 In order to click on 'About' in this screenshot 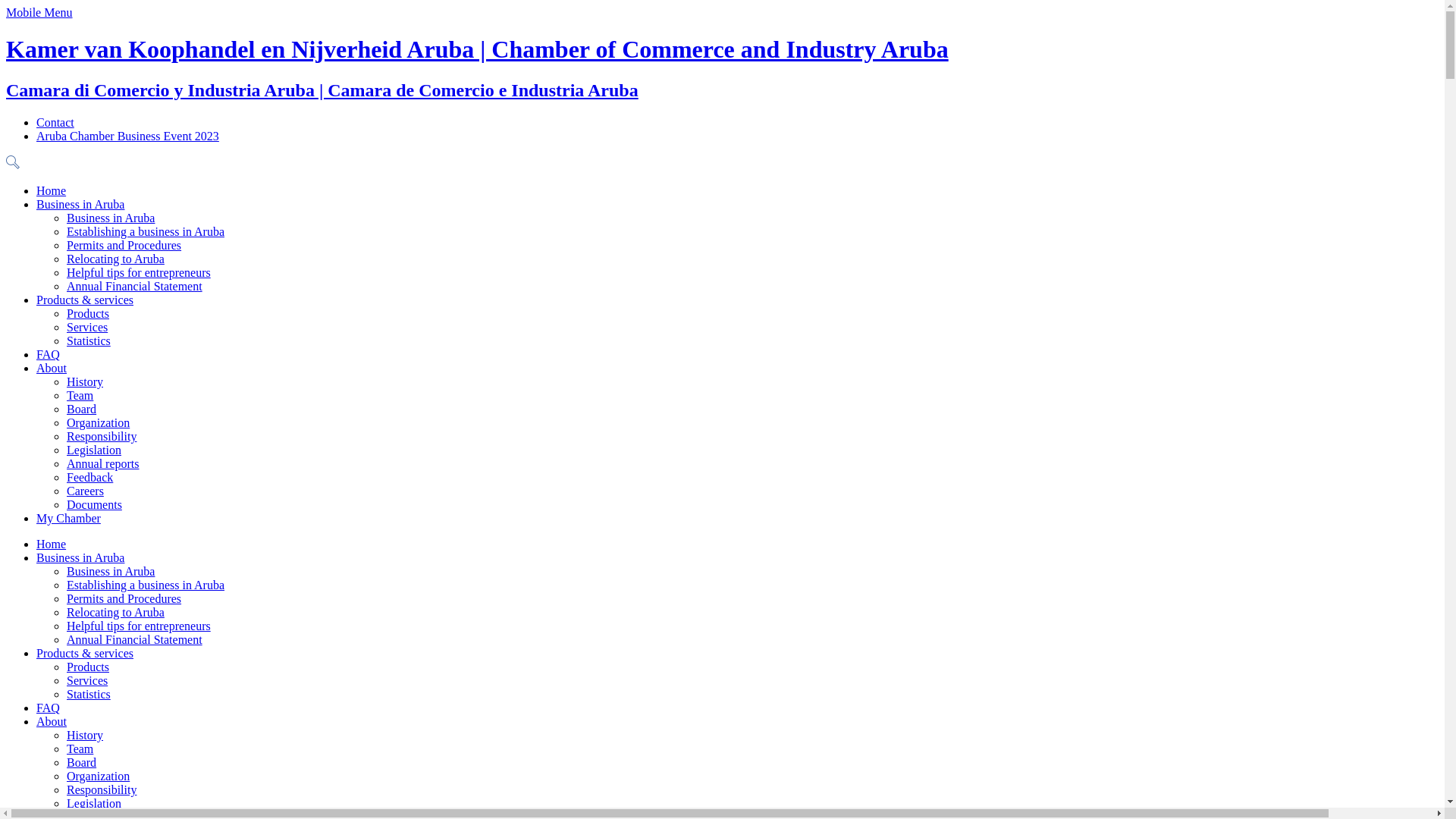, I will do `click(51, 368)`.